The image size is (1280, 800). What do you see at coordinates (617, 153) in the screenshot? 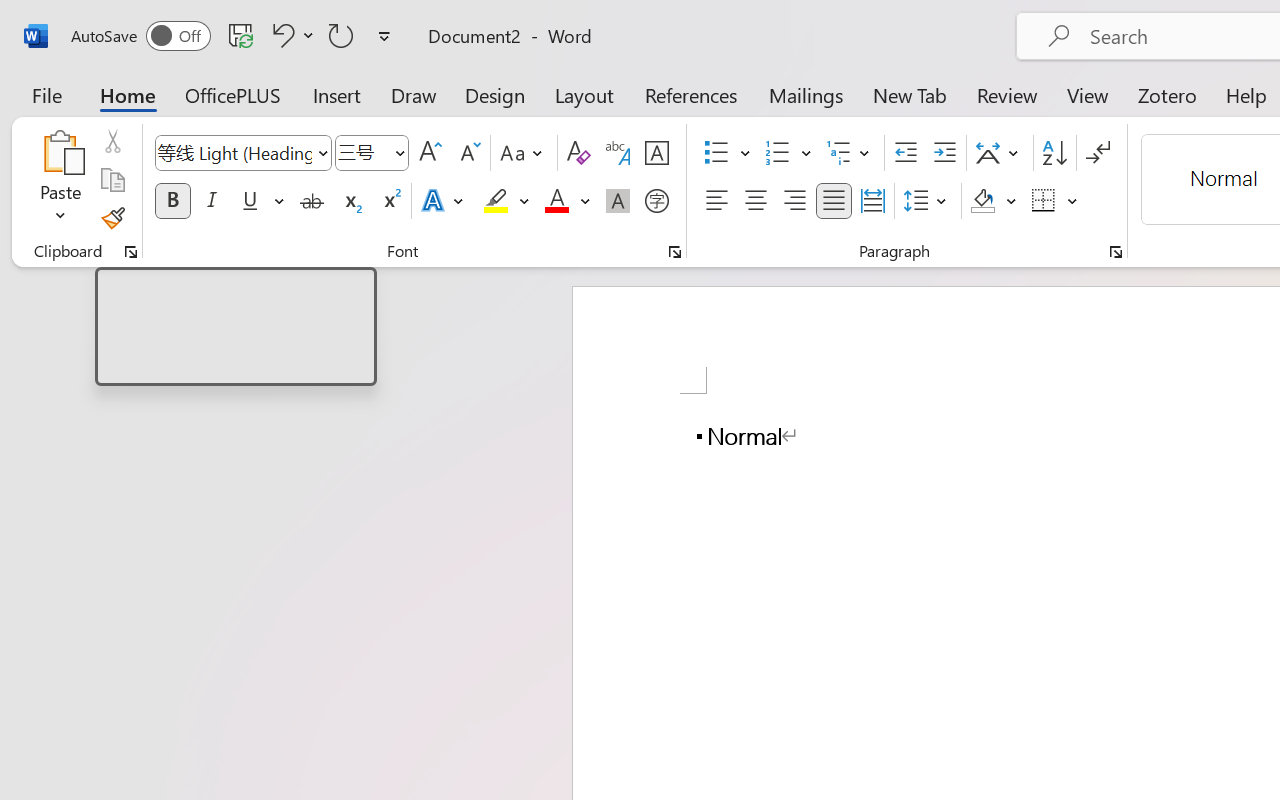
I see `'Phonetic Guide...'` at bounding box center [617, 153].